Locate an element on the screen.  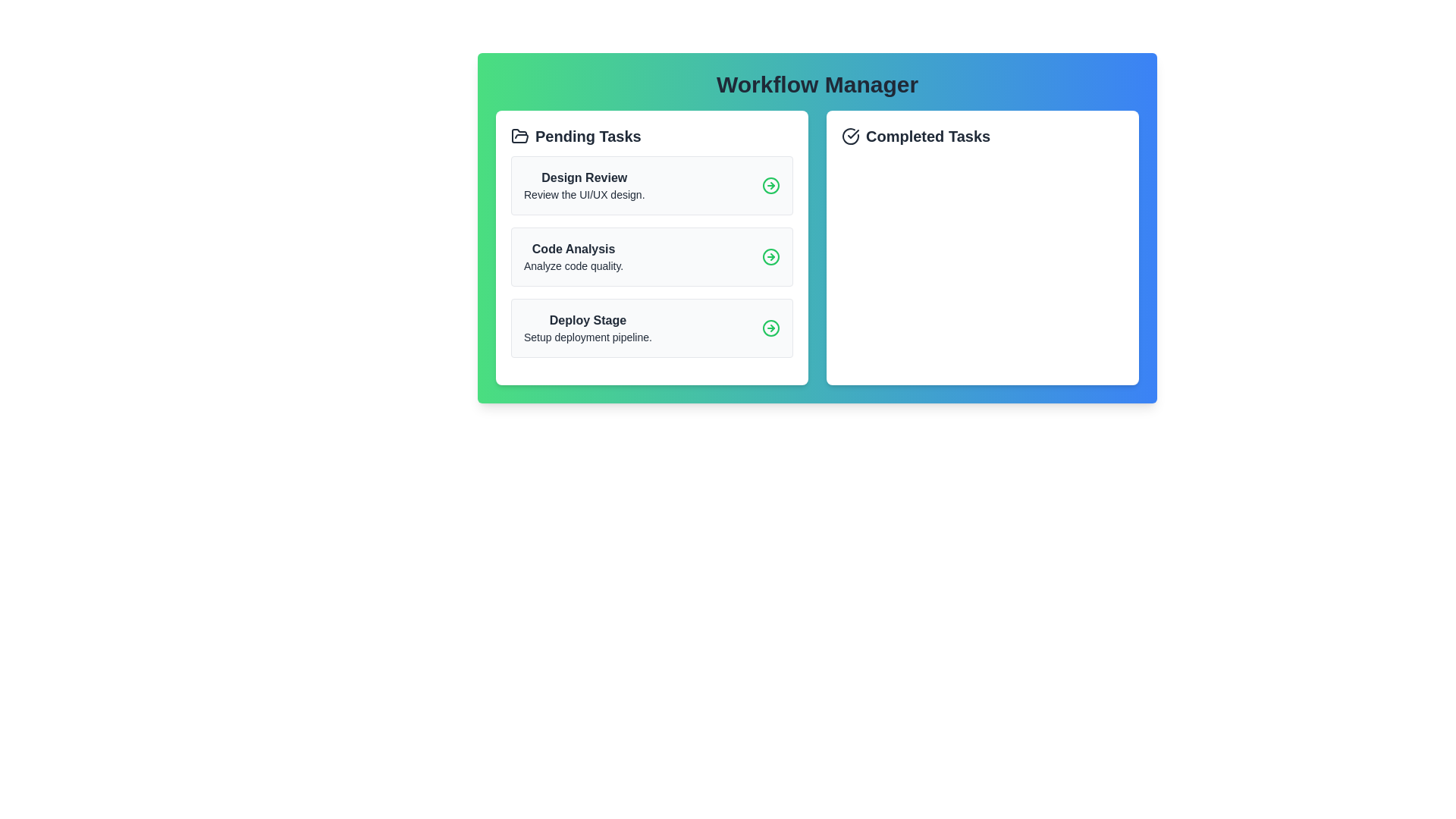
the 'Deploy Stage' Task Information Card in the 'Pending Tasks' section is located at coordinates (587, 327).